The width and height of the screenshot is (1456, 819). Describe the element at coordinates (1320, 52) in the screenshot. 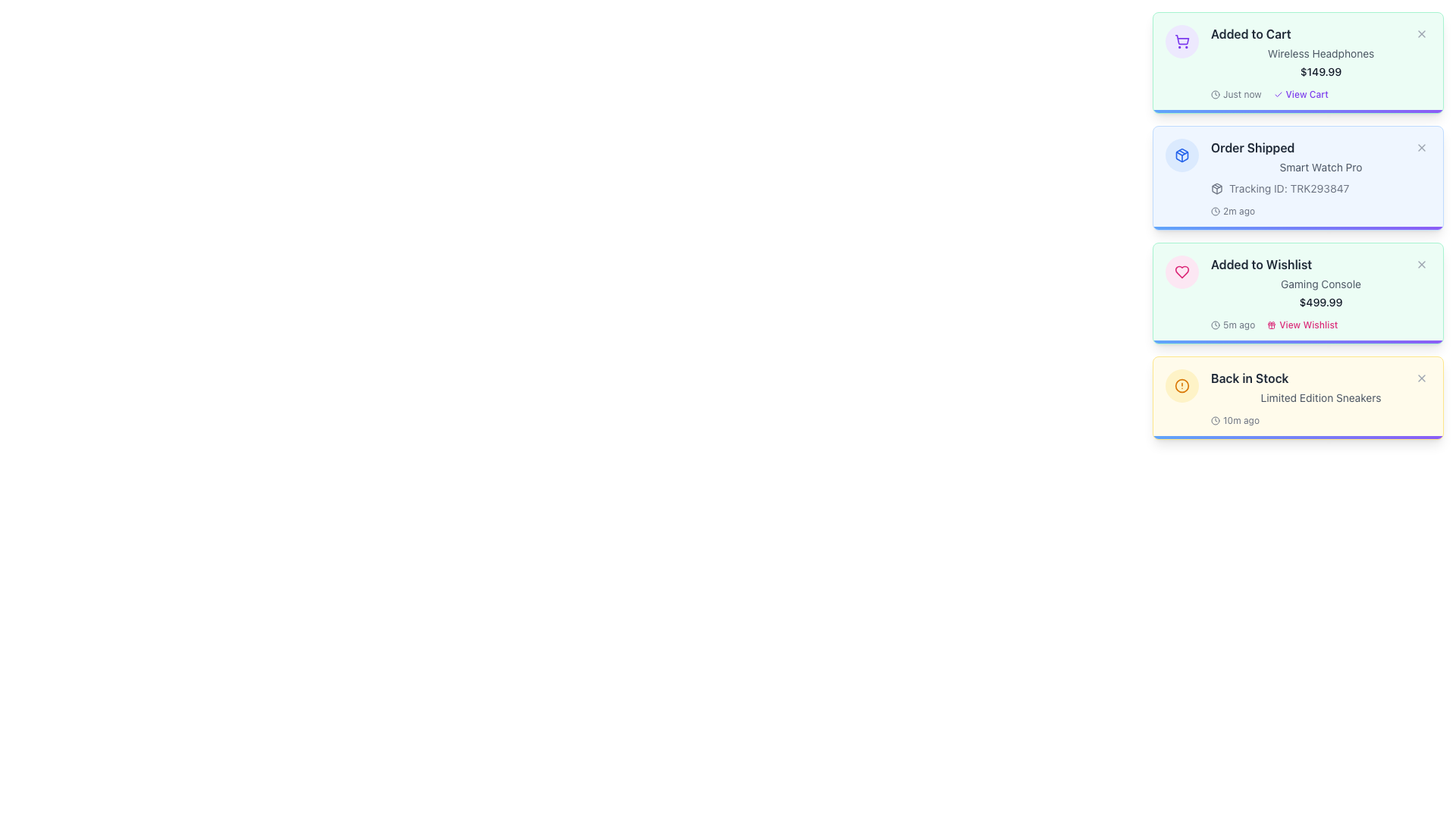

I see `the text label reading 'Wireless Headphones', which is styled in a smaller gray font and located within the notification card directly below 'Added to Cart'` at that location.